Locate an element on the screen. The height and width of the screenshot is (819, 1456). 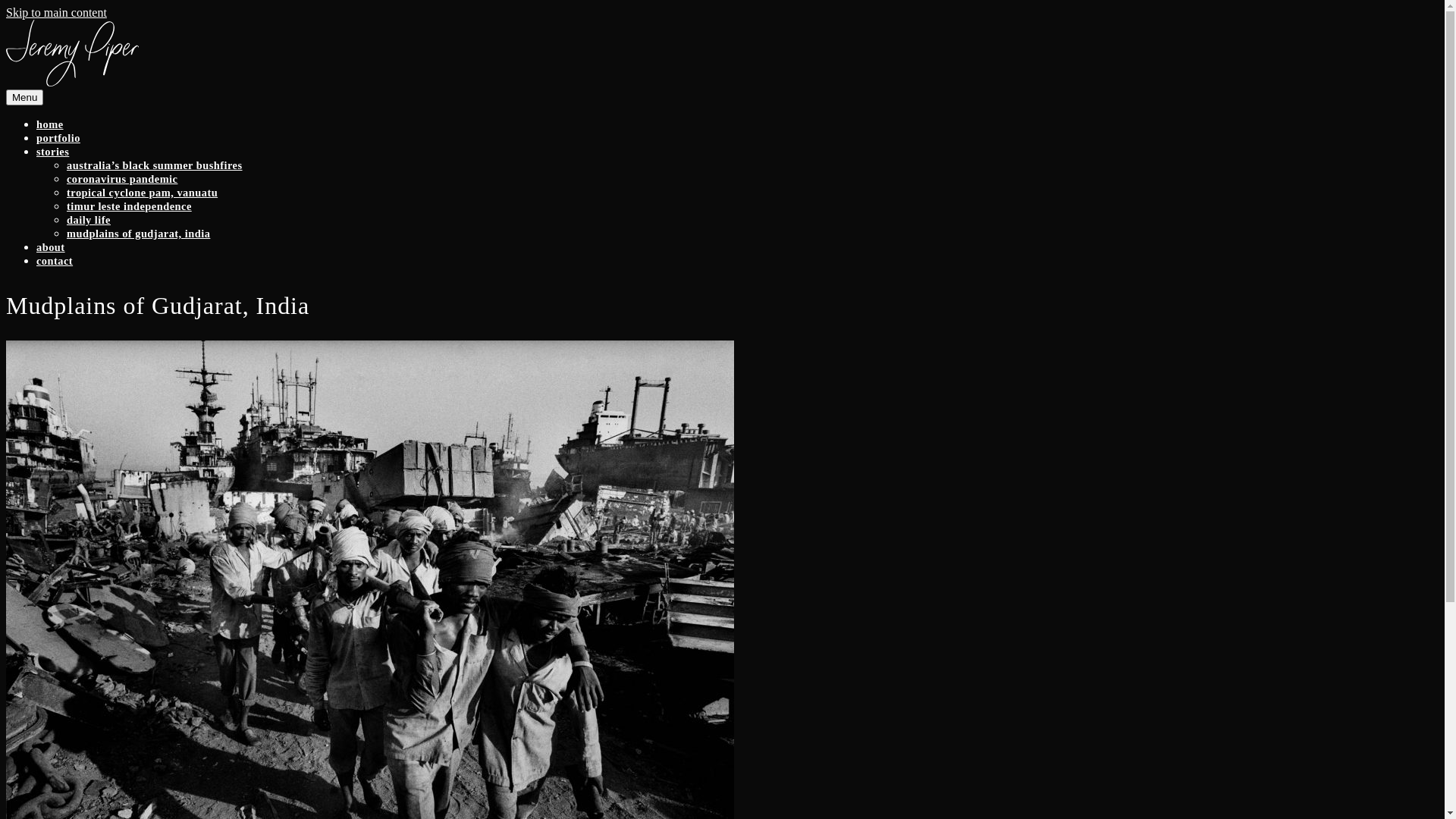
'stories' is located at coordinates (52, 152).